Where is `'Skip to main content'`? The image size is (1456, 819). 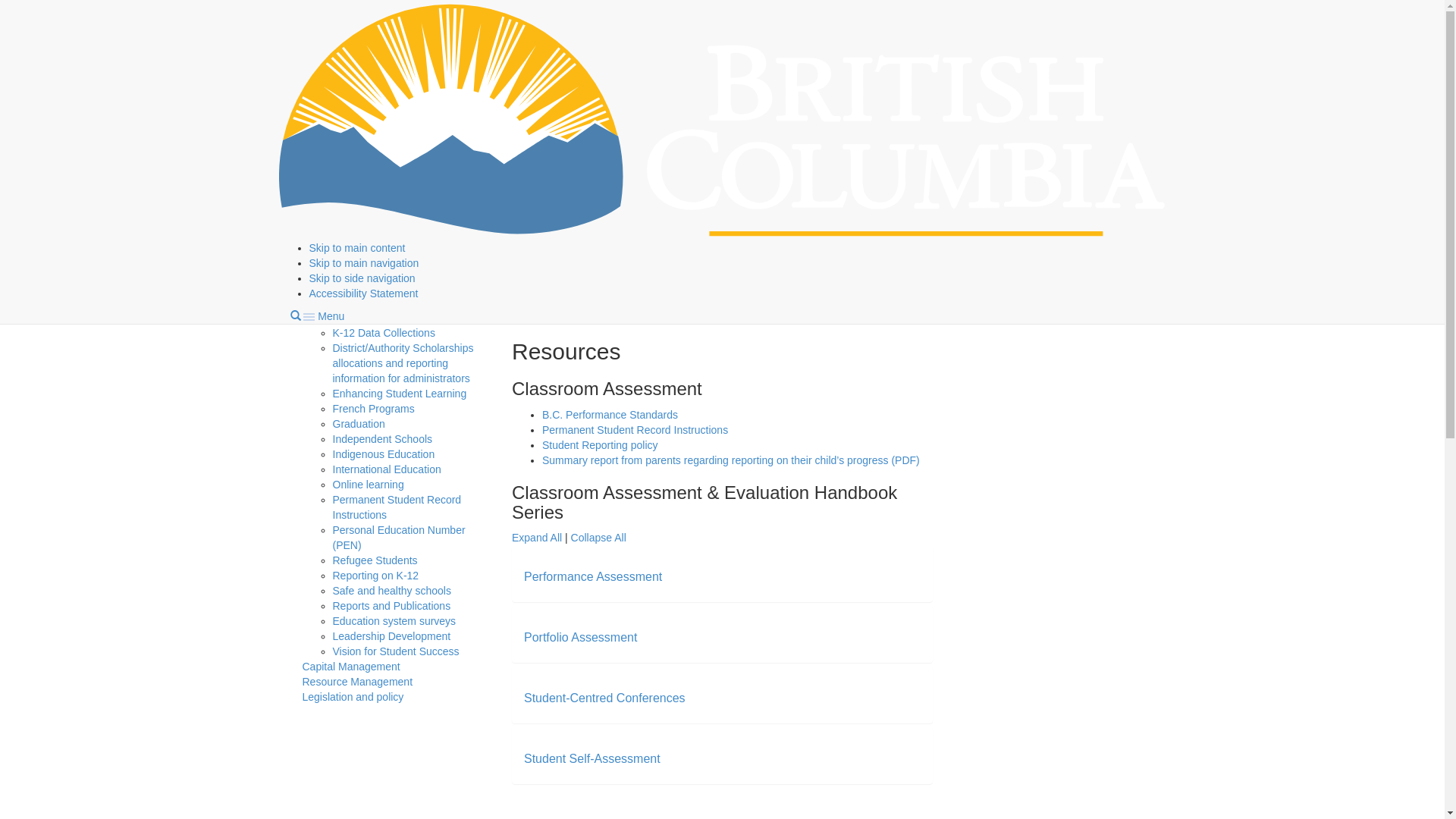
'Skip to main content' is located at coordinates (356, 247).